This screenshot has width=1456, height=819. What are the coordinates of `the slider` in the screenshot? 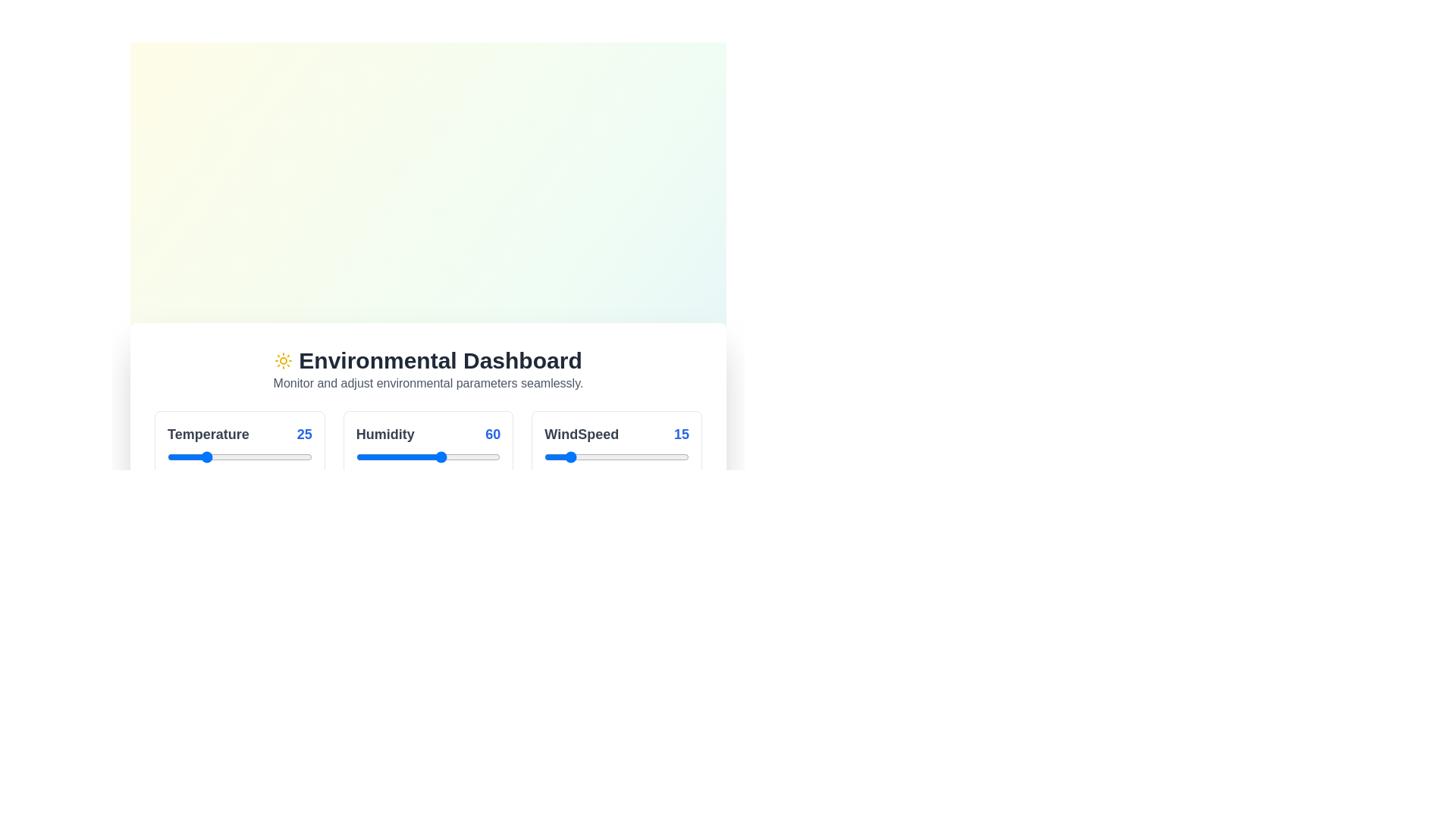 It's located at (260, 456).